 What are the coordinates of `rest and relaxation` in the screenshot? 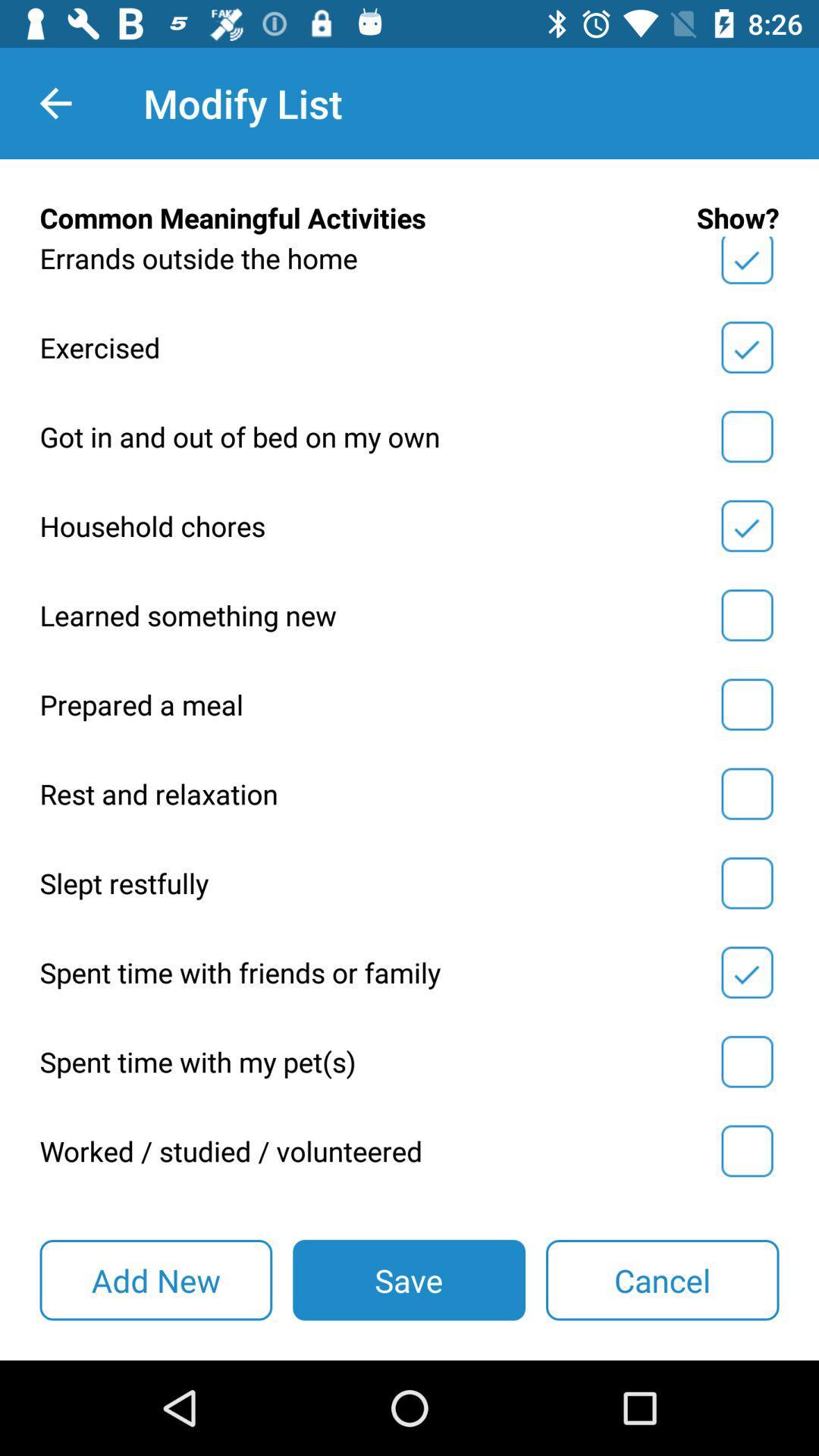 It's located at (746, 792).